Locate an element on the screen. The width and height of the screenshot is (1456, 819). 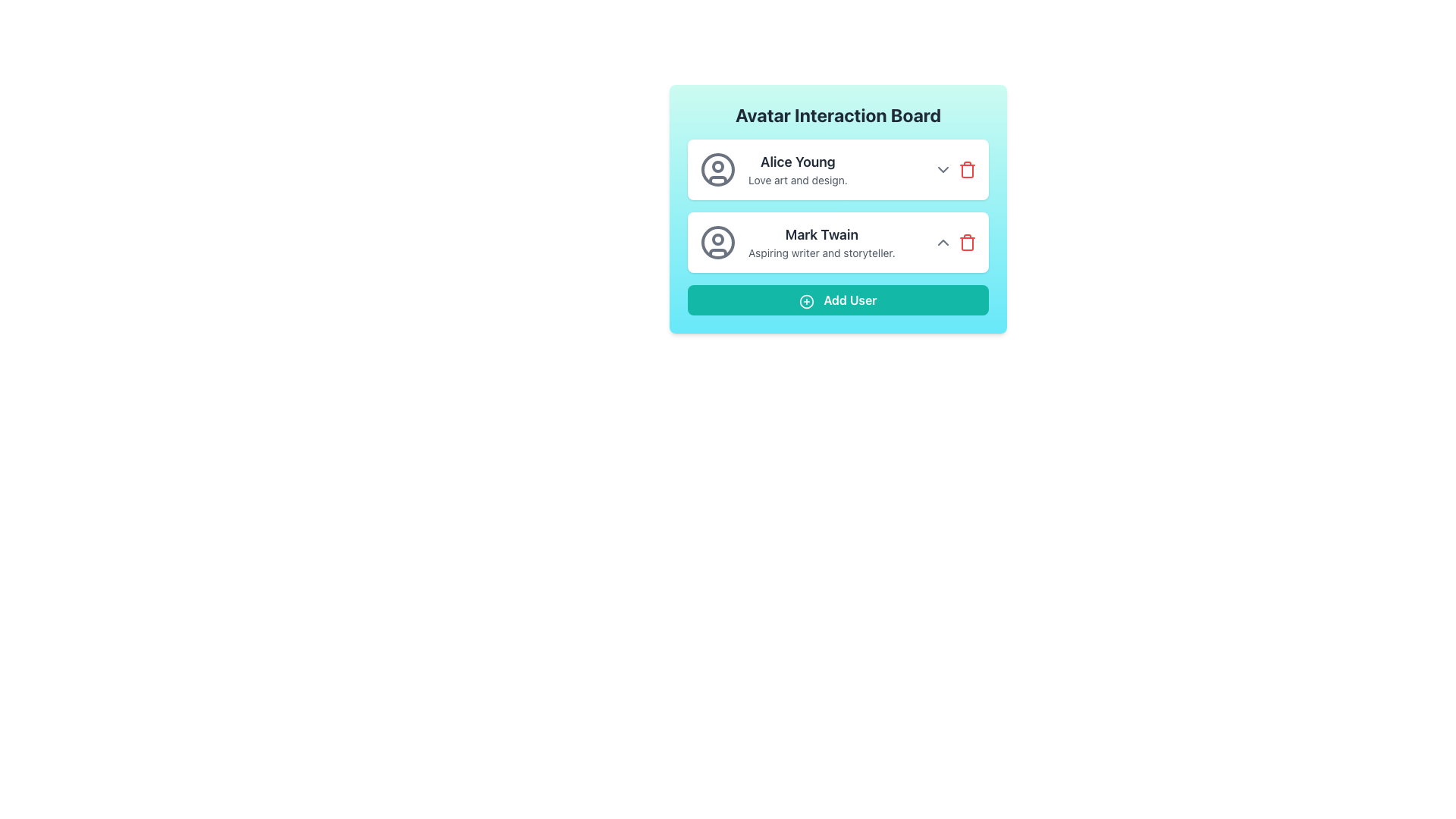
the decorative outermost circle of the 'Add User' button icon located to the left of the 'Add User' text is located at coordinates (806, 301).